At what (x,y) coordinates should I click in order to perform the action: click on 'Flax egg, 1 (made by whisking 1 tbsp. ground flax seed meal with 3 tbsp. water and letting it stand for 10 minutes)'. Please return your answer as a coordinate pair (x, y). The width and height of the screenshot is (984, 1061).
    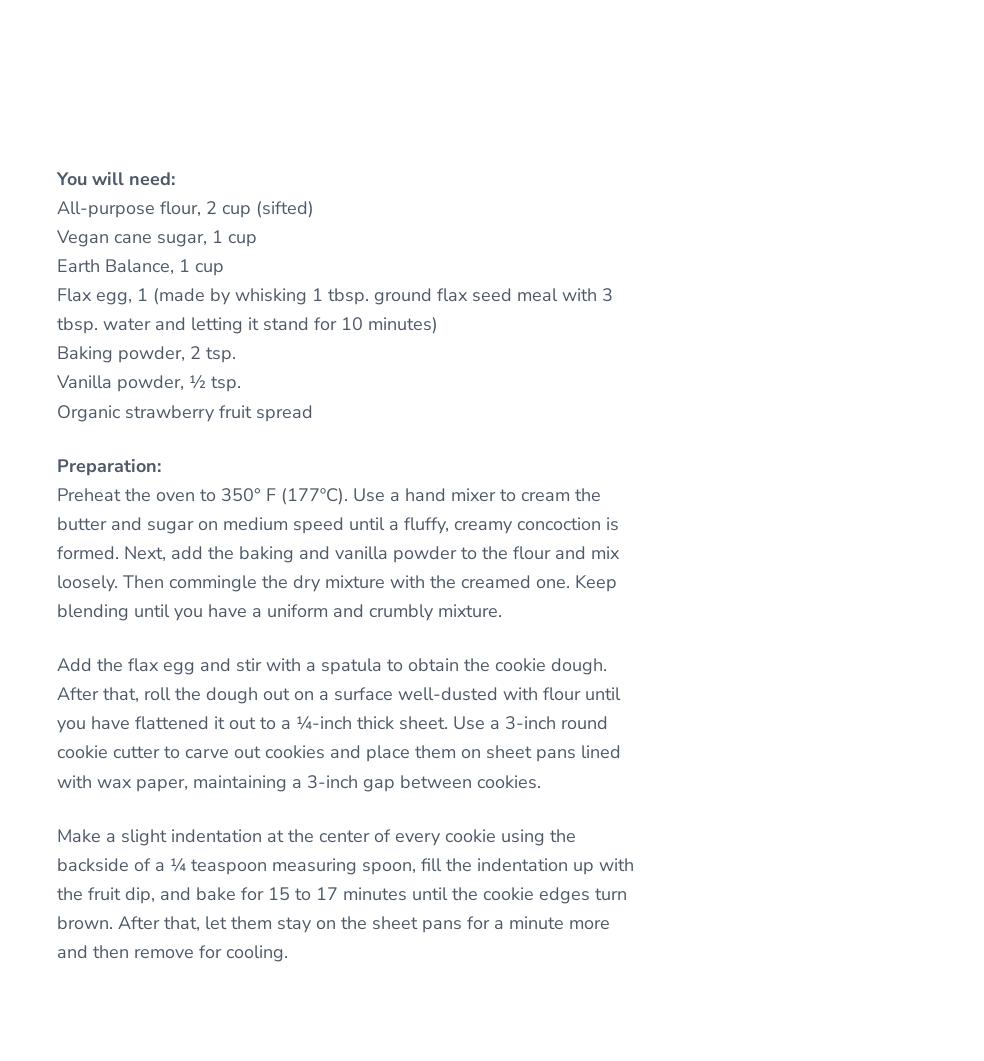
    Looking at the image, I should click on (55, 308).